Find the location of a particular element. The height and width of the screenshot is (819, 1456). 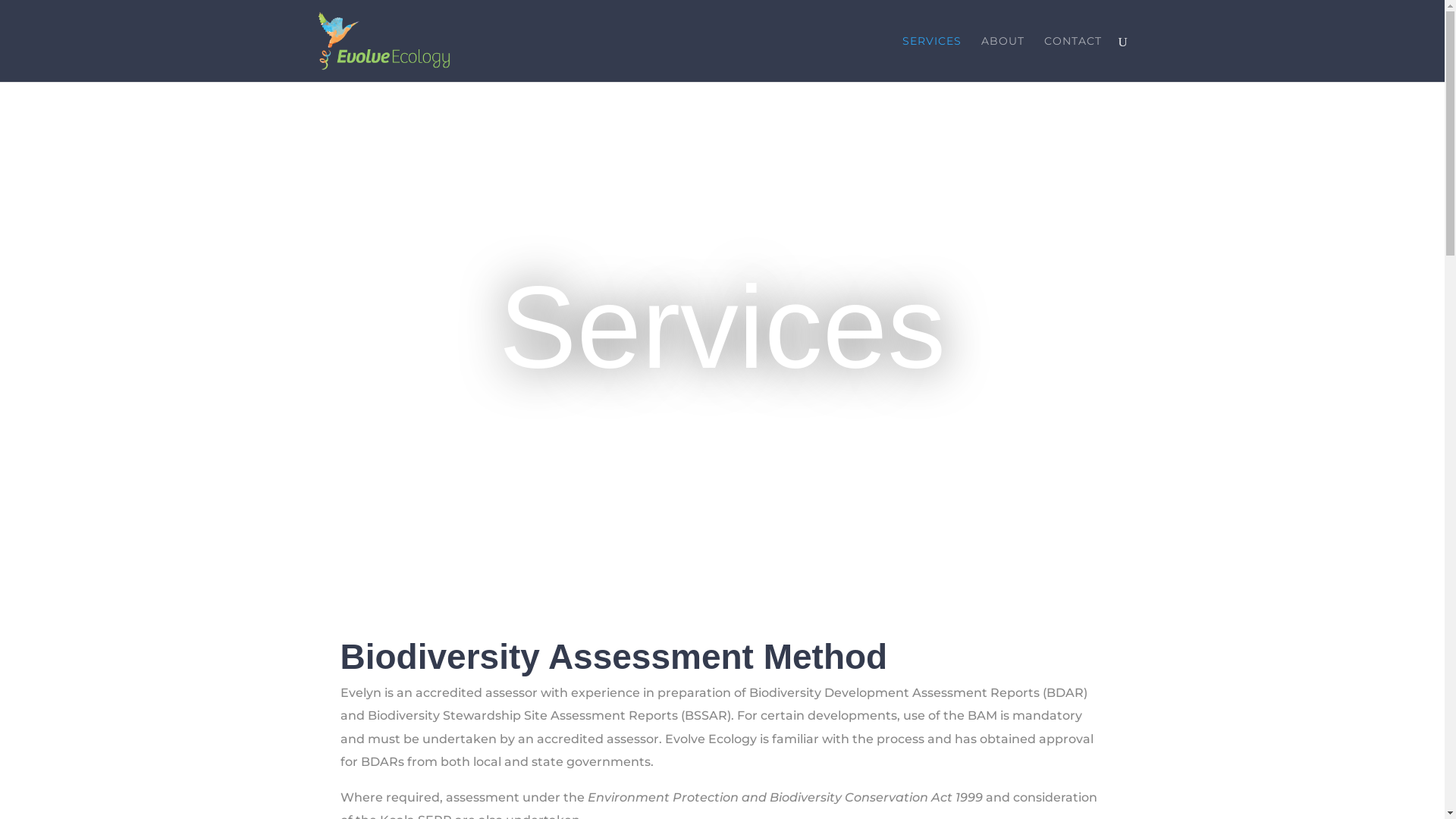

'SERVICES' is located at coordinates (930, 58).